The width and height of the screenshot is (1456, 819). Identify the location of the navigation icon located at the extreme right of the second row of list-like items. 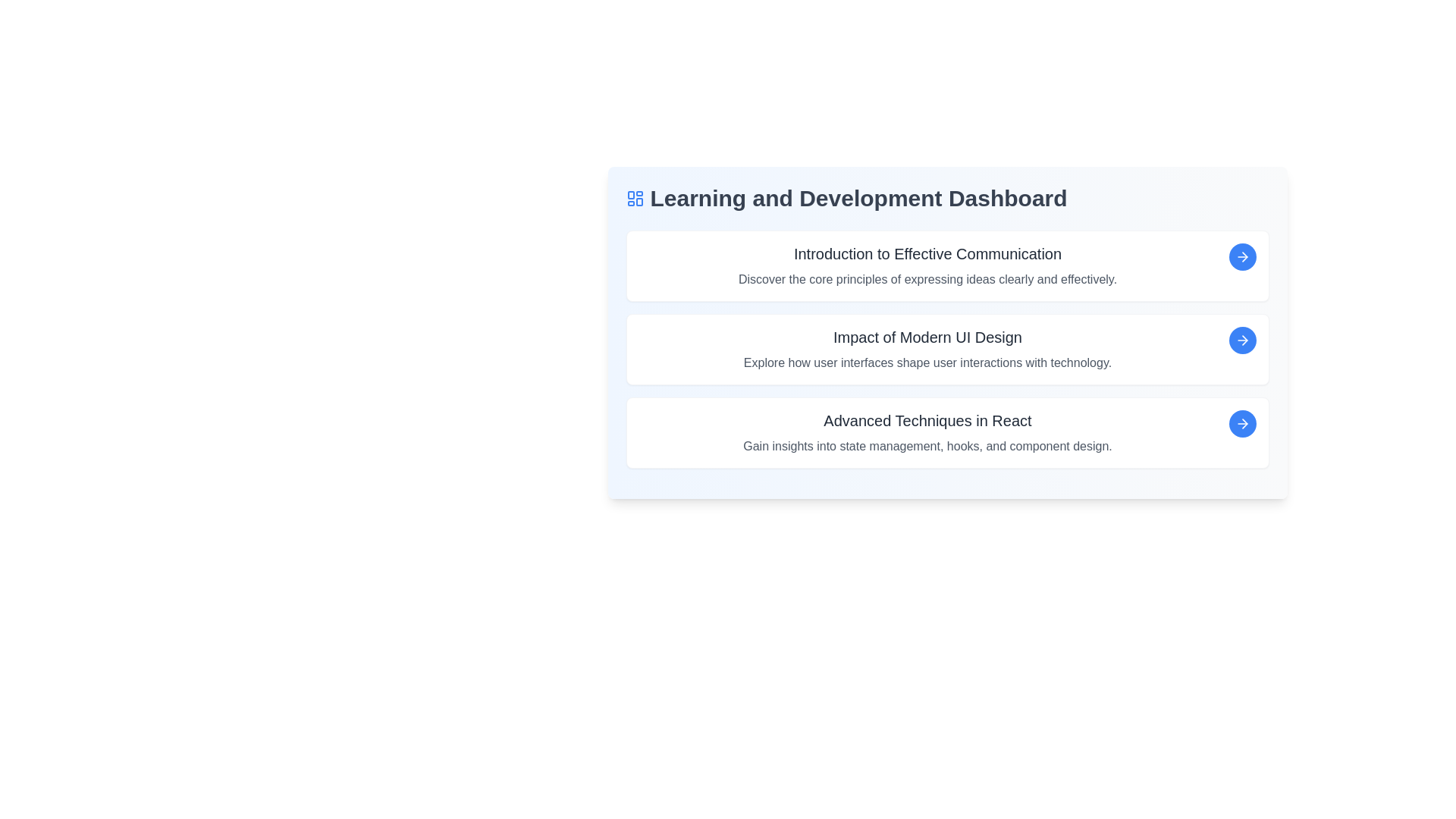
(1242, 339).